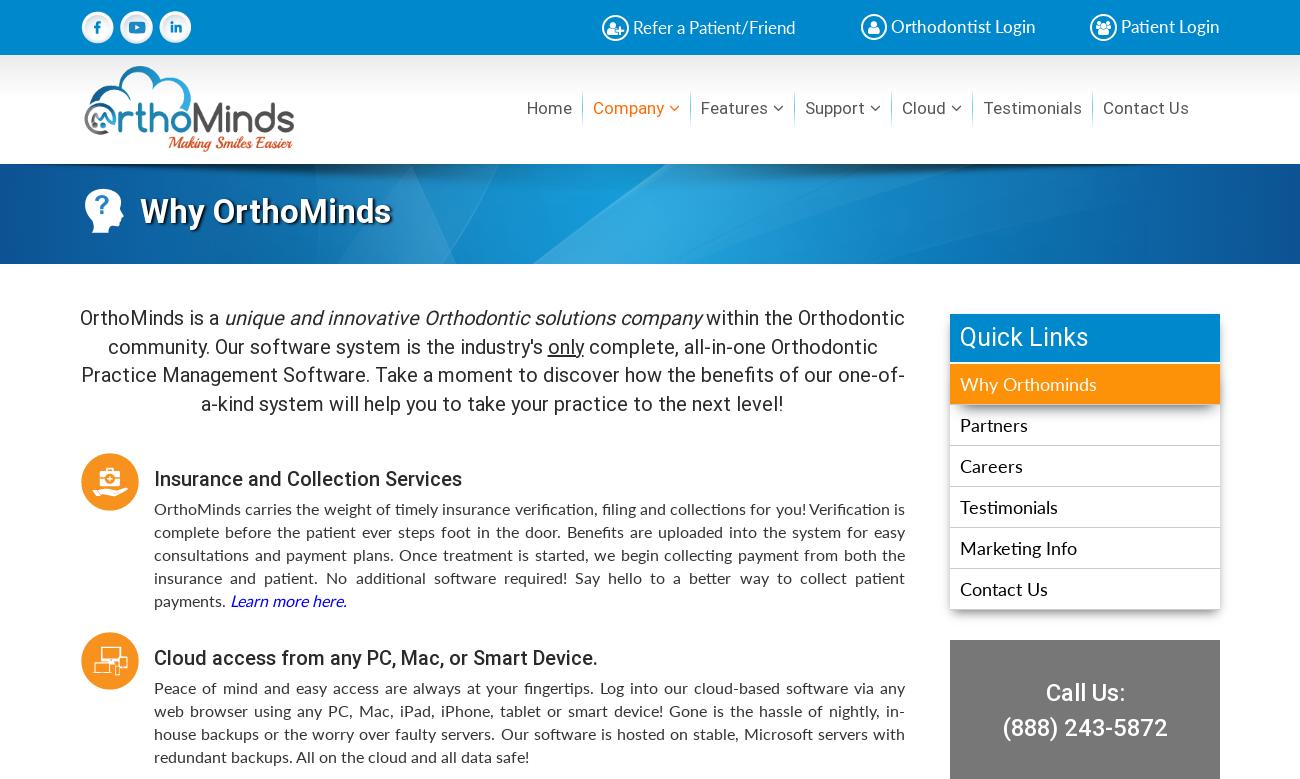  Describe the element at coordinates (990, 464) in the screenshot. I see `'Careers'` at that location.